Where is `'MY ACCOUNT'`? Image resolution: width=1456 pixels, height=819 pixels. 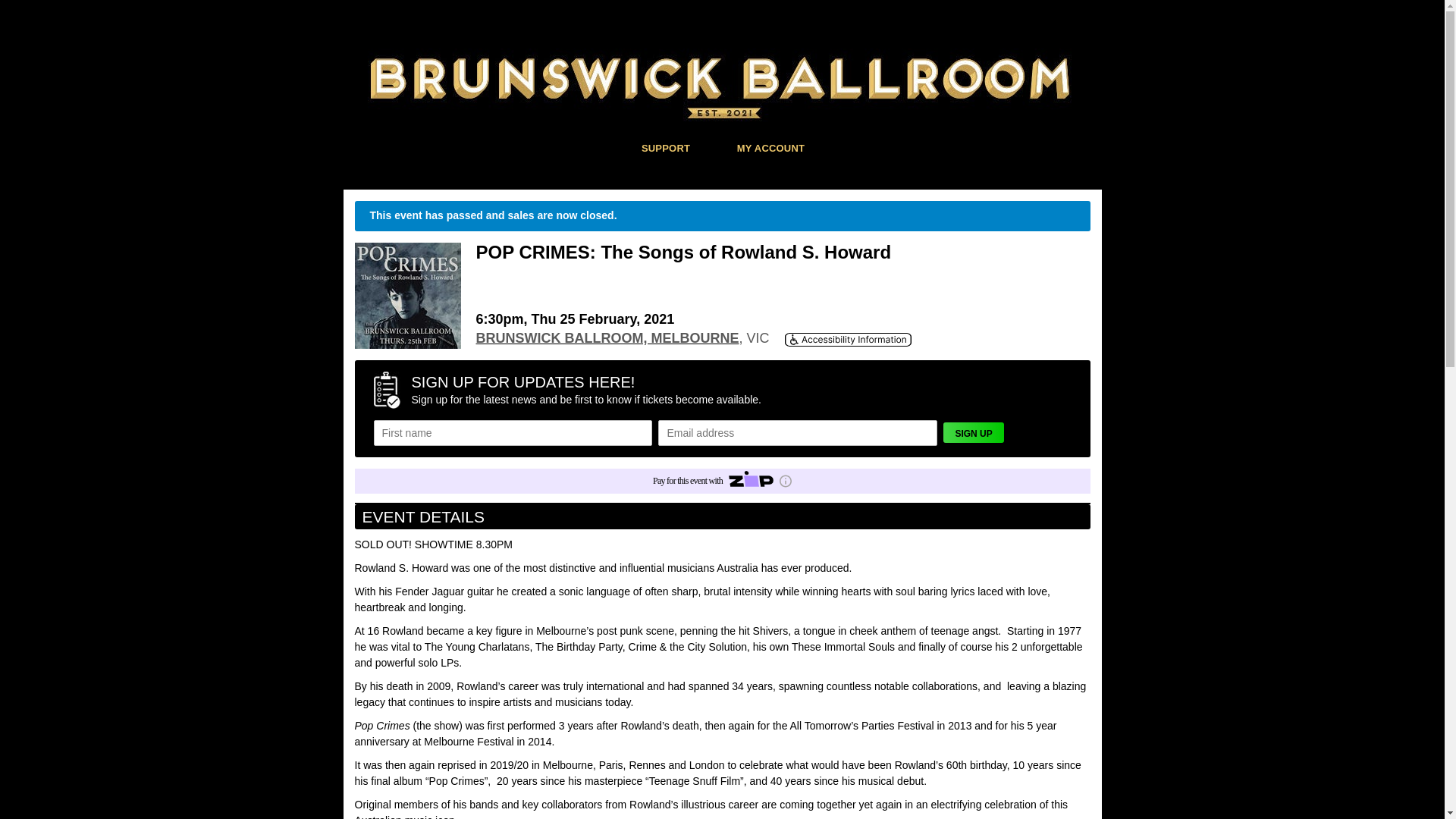 'MY ACCOUNT' is located at coordinates (771, 147).